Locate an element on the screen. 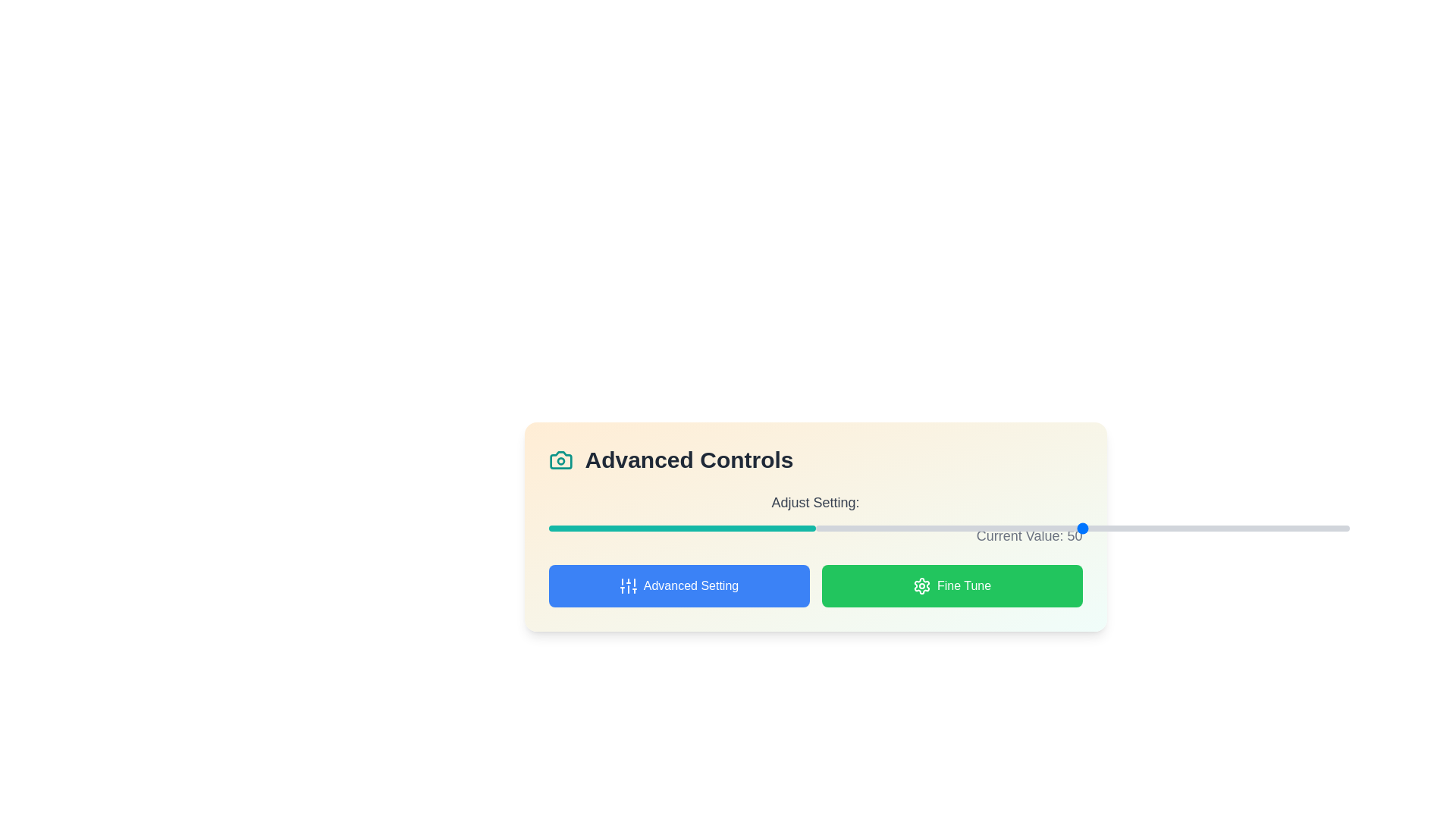 This screenshot has height=819, width=1456. the slider is located at coordinates (657, 525).